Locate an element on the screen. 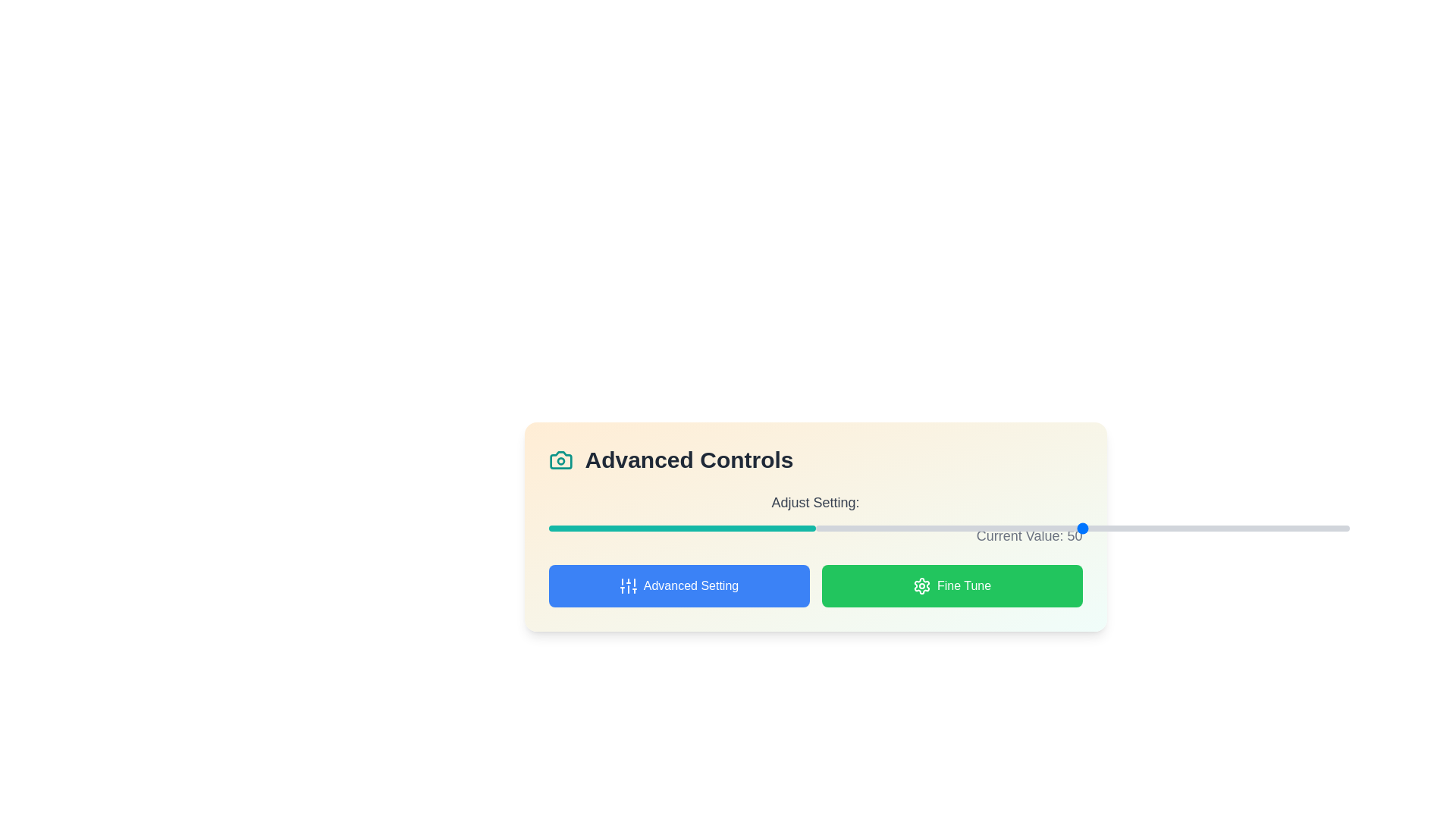 This screenshot has height=819, width=1456. the slider is located at coordinates (657, 525).